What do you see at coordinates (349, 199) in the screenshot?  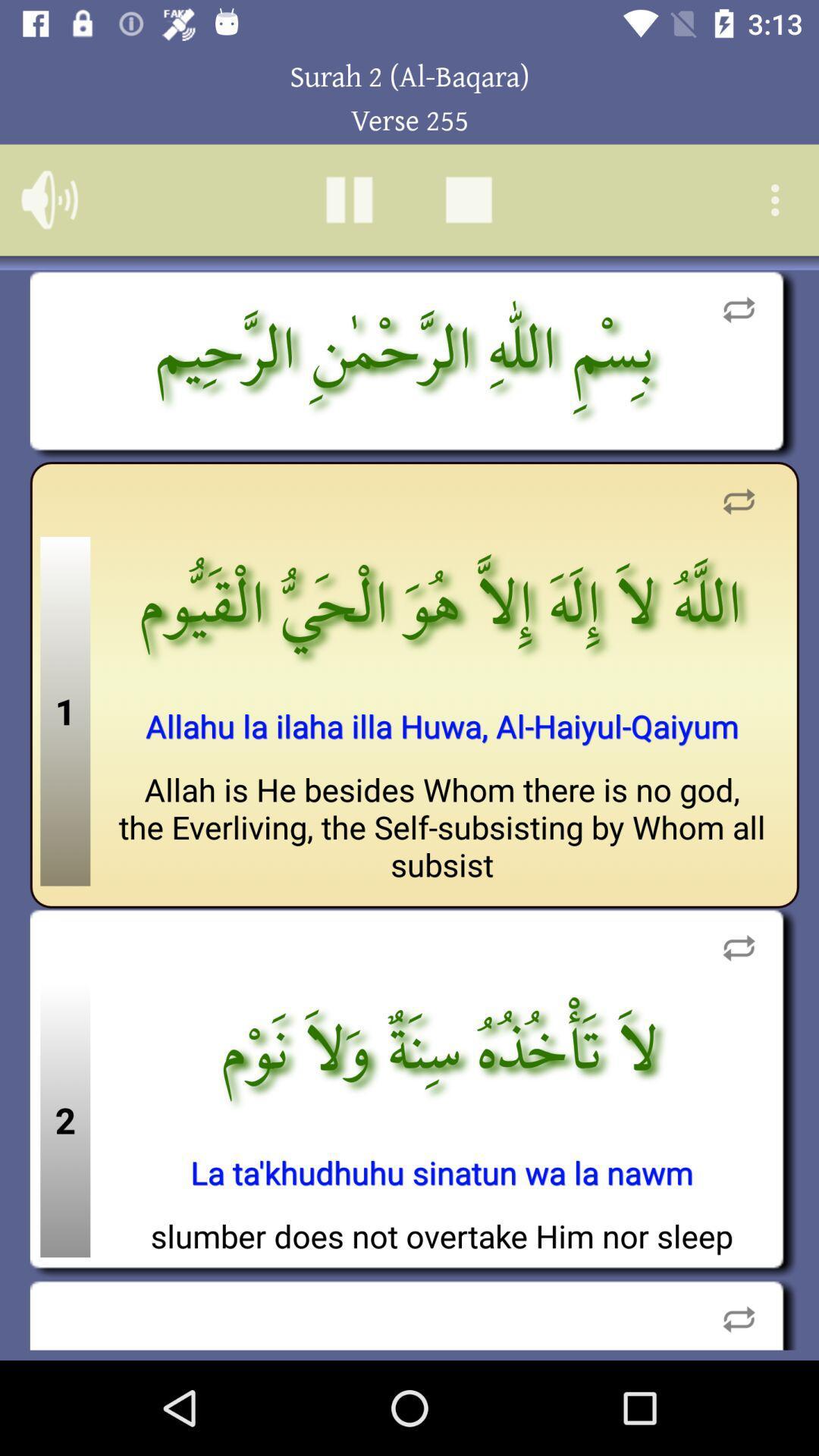 I see `the item below surah 2 al icon` at bounding box center [349, 199].